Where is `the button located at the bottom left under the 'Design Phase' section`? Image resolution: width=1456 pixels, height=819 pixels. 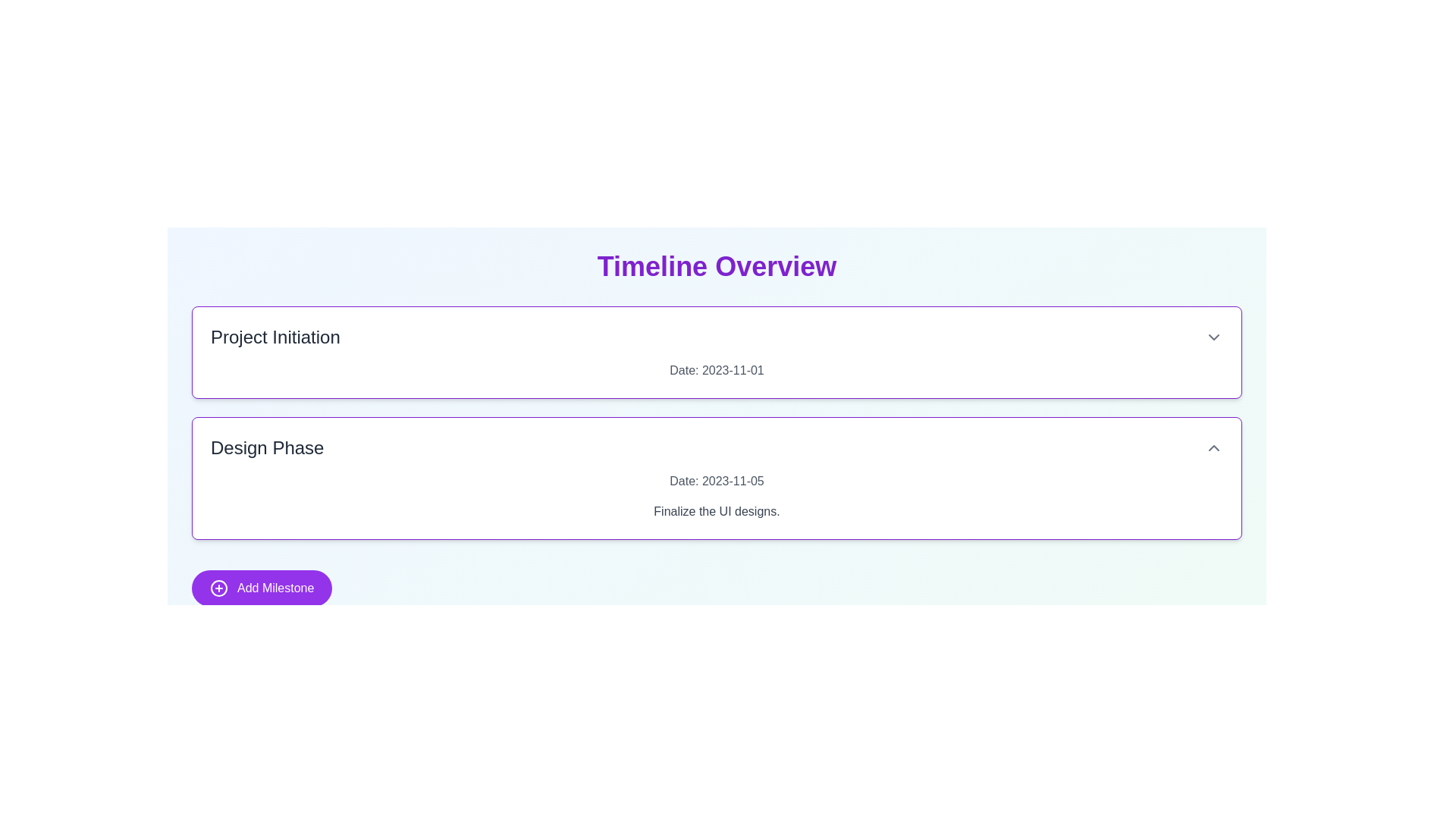 the button located at the bottom left under the 'Design Phase' section is located at coordinates (262, 587).